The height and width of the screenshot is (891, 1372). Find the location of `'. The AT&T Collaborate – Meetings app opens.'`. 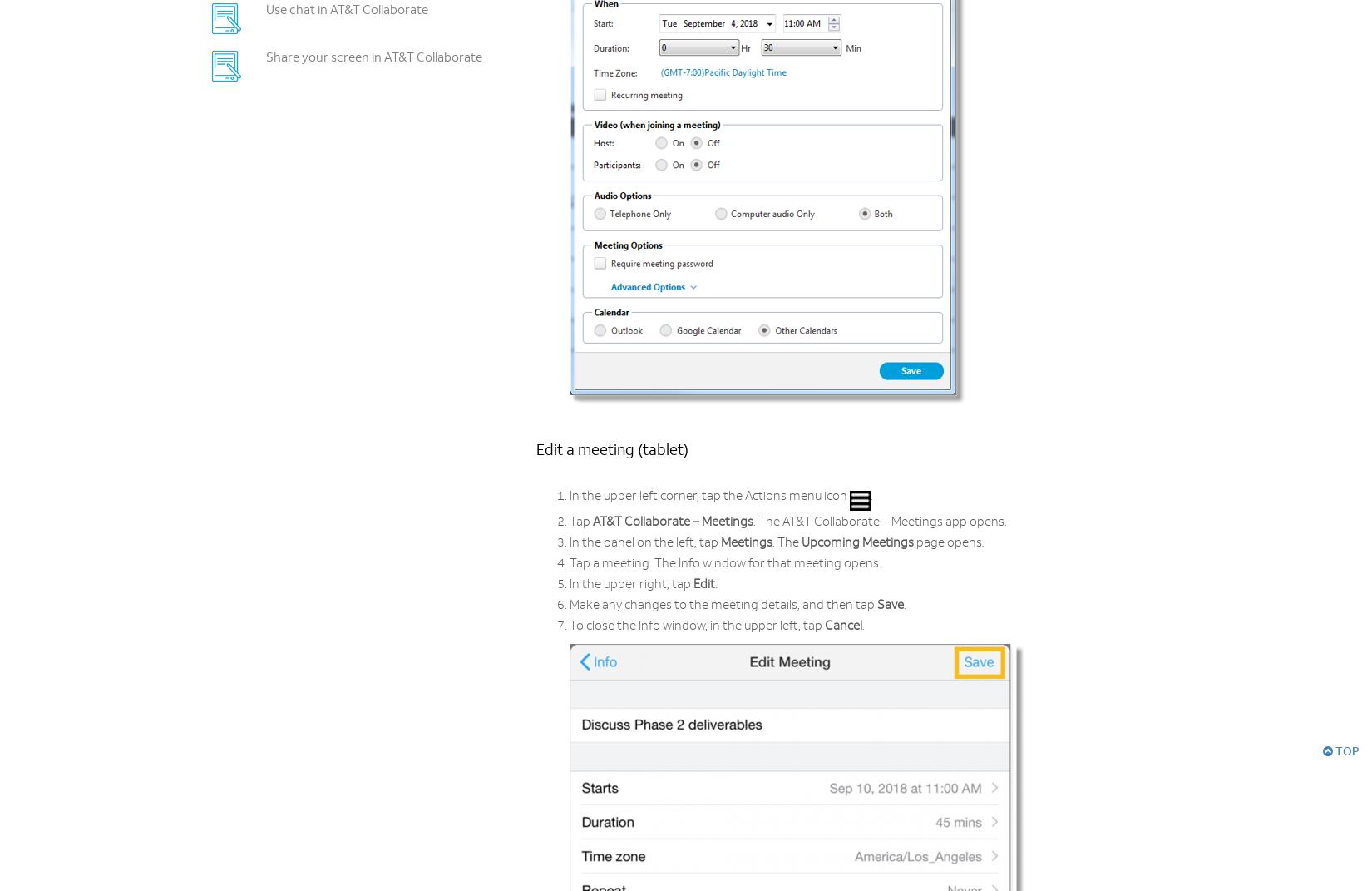

'. The AT&T Collaborate – Meetings app opens.' is located at coordinates (880, 522).